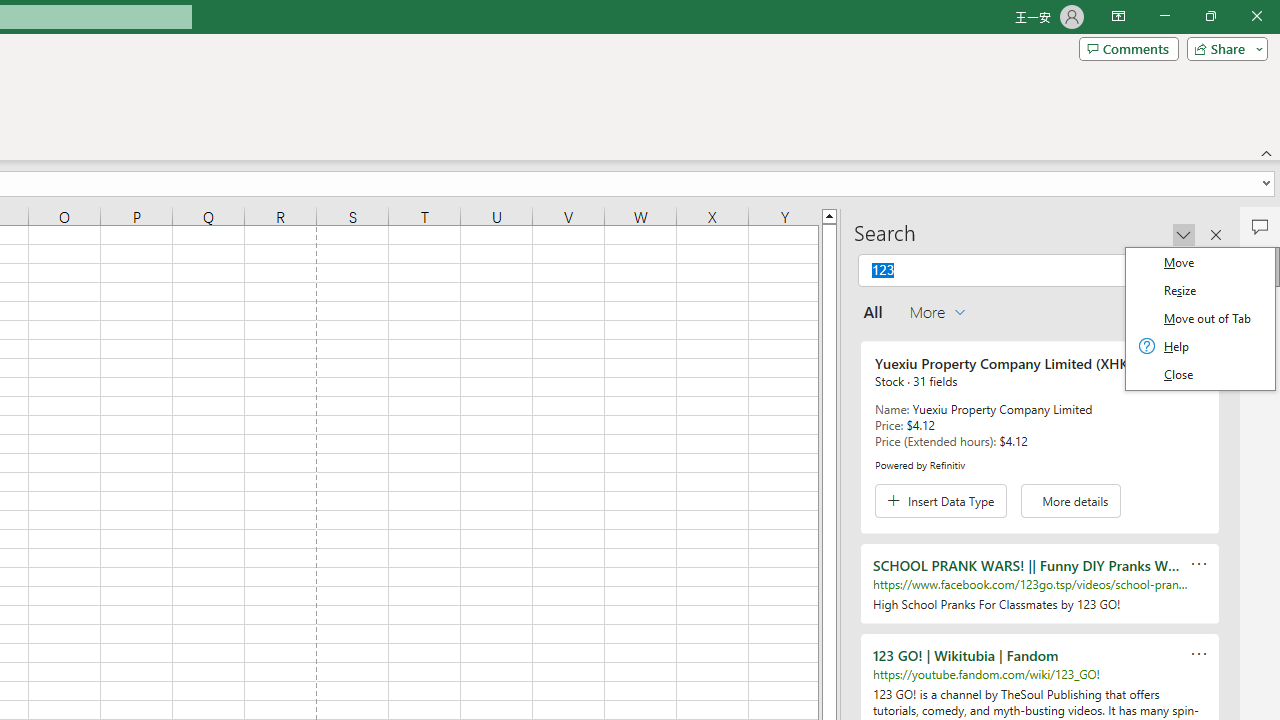 Image resolution: width=1280 pixels, height=720 pixels. What do you see at coordinates (1200, 317) in the screenshot?
I see `'Class: Net UI Tool Window'` at bounding box center [1200, 317].